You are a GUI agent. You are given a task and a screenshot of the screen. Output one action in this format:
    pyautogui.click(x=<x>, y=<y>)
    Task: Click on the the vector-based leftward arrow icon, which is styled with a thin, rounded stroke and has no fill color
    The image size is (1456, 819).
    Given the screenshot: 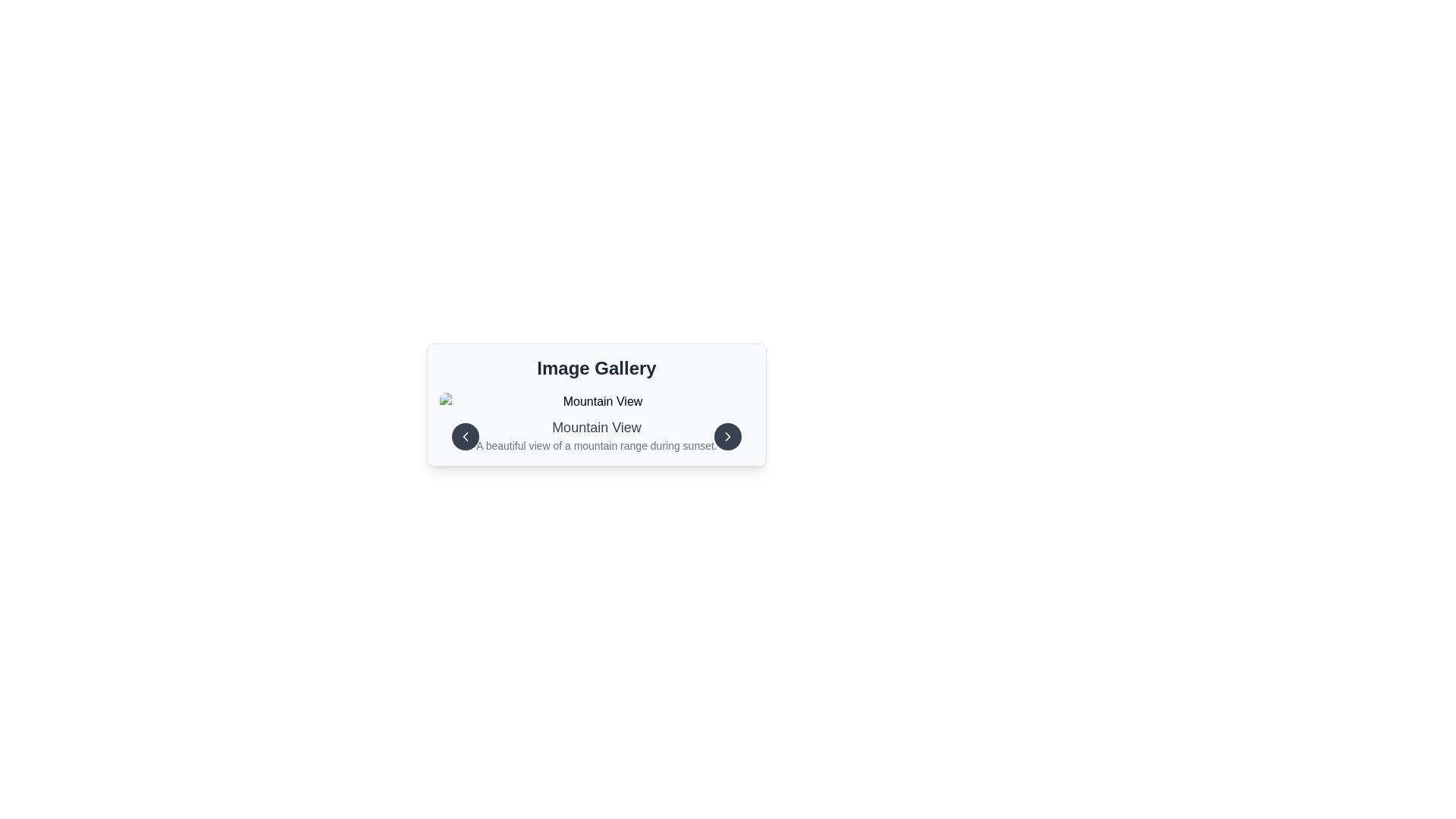 What is the action you would take?
    pyautogui.click(x=465, y=436)
    